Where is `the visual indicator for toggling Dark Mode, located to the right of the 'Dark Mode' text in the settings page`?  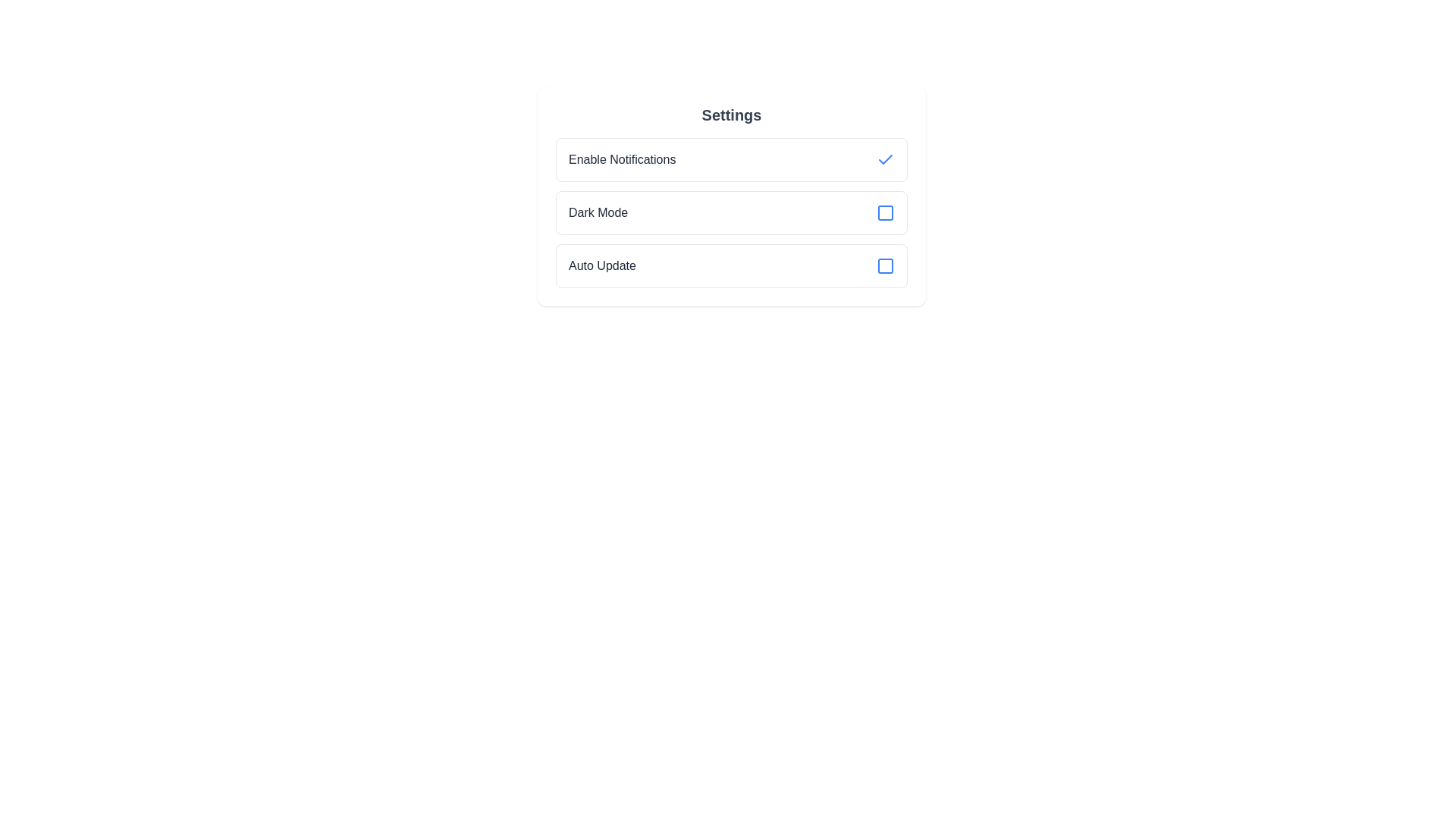
the visual indicator for toggling Dark Mode, located to the right of the 'Dark Mode' text in the settings page is located at coordinates (885, 213).